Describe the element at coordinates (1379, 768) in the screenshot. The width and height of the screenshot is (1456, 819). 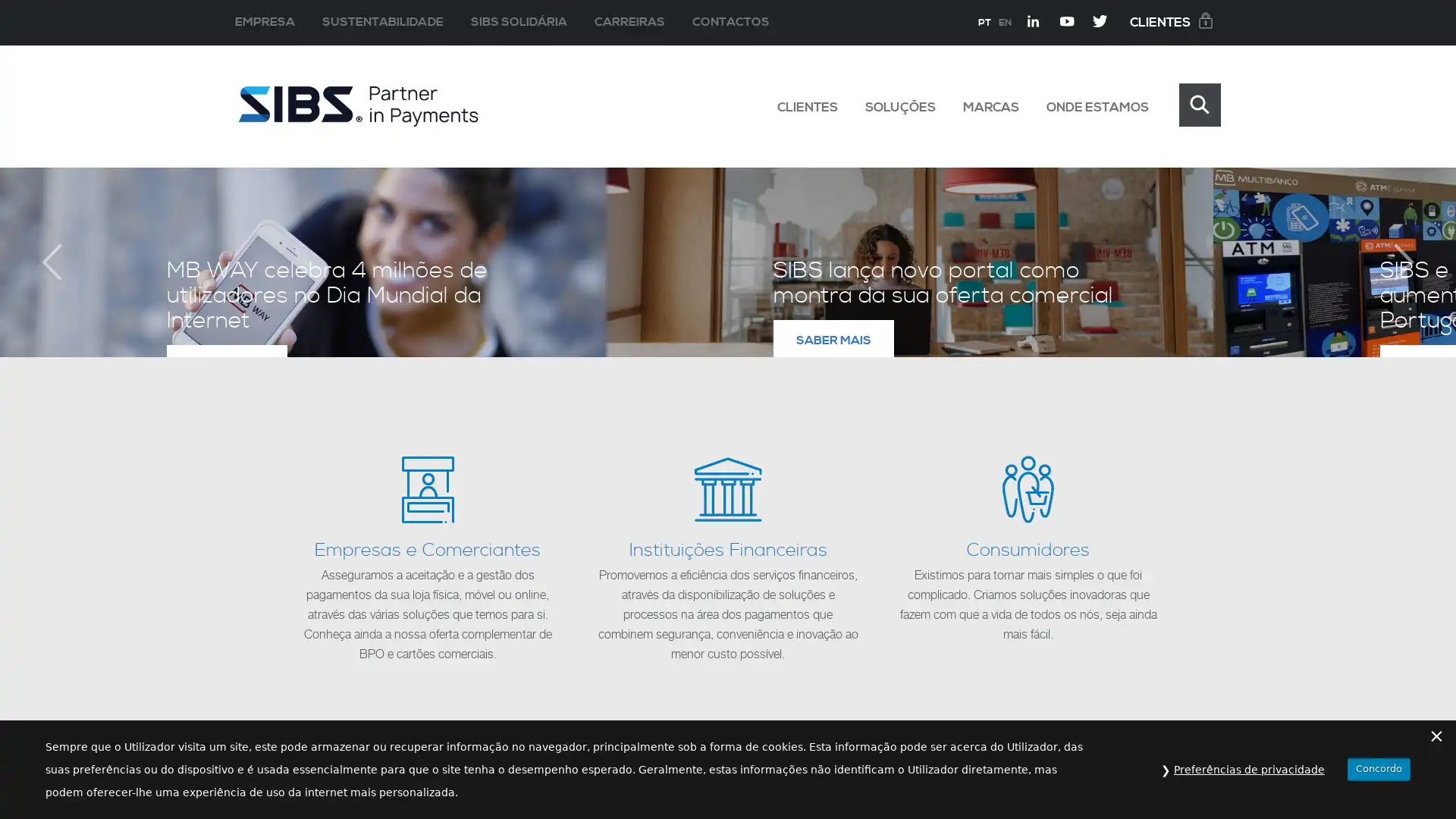
I see `Concordo` at that location.